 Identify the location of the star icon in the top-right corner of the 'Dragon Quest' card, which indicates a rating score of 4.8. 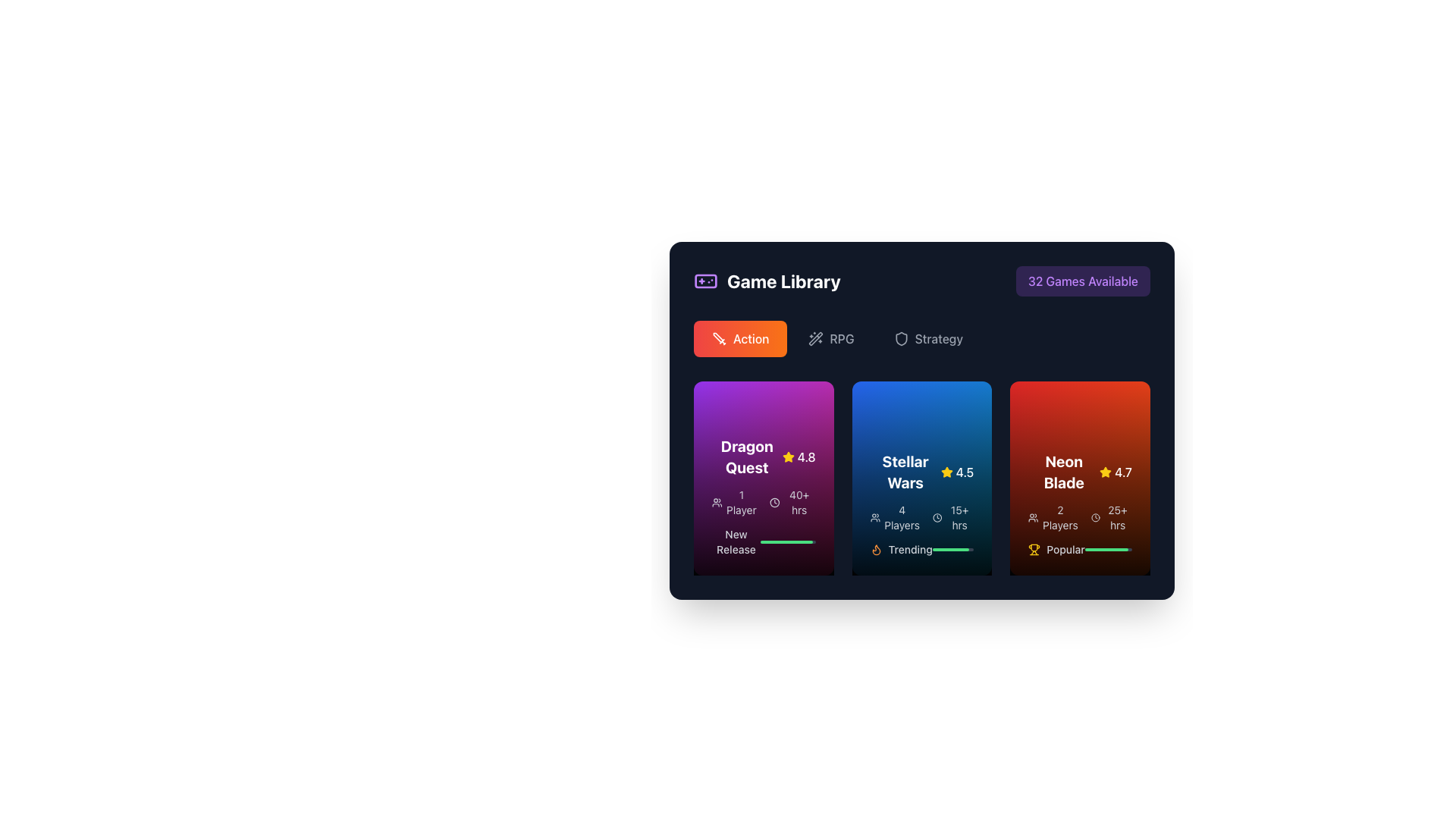
(788, 456).